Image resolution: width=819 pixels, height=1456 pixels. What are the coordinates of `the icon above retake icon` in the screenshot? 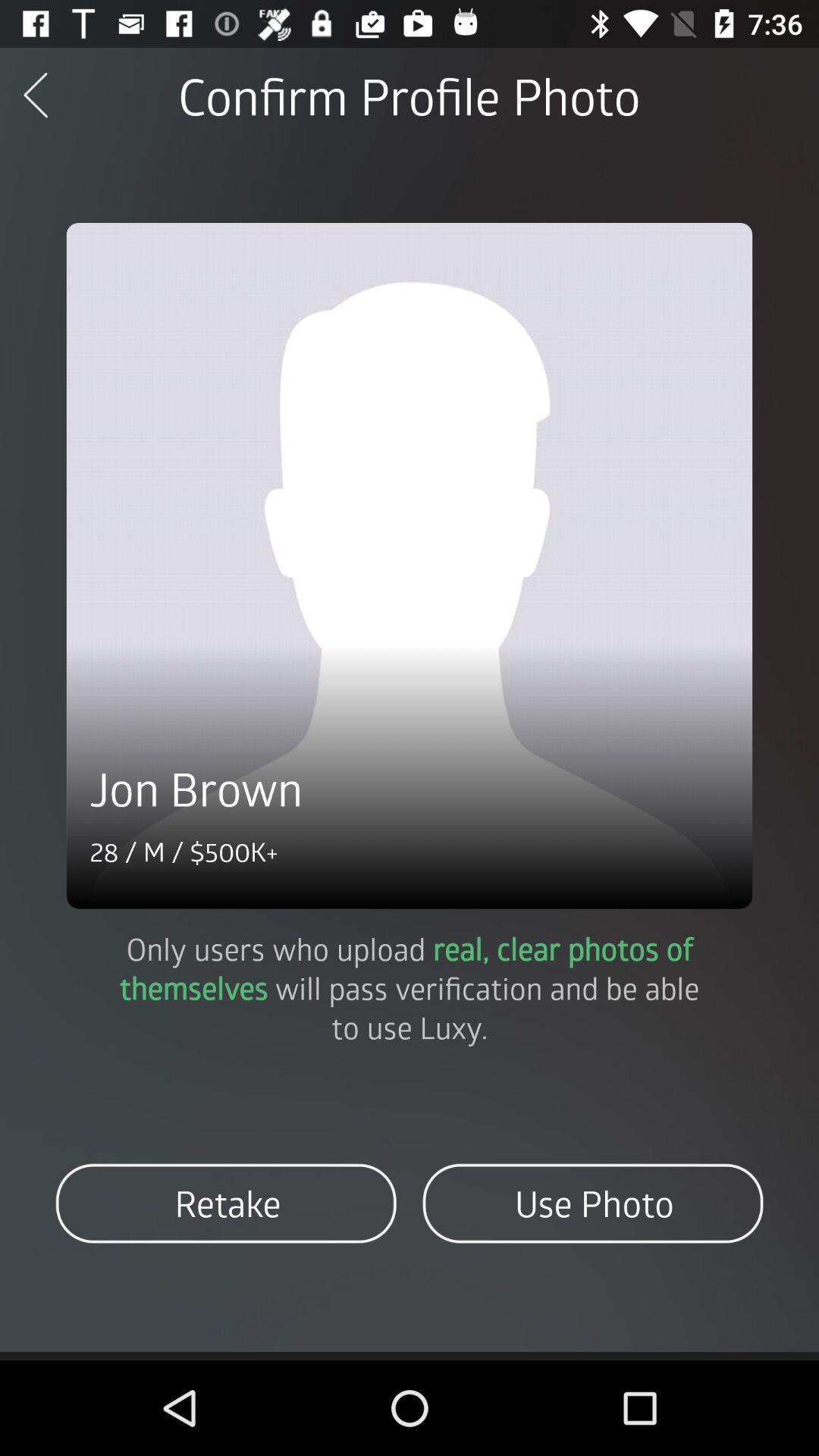 It's located at (409, 987).